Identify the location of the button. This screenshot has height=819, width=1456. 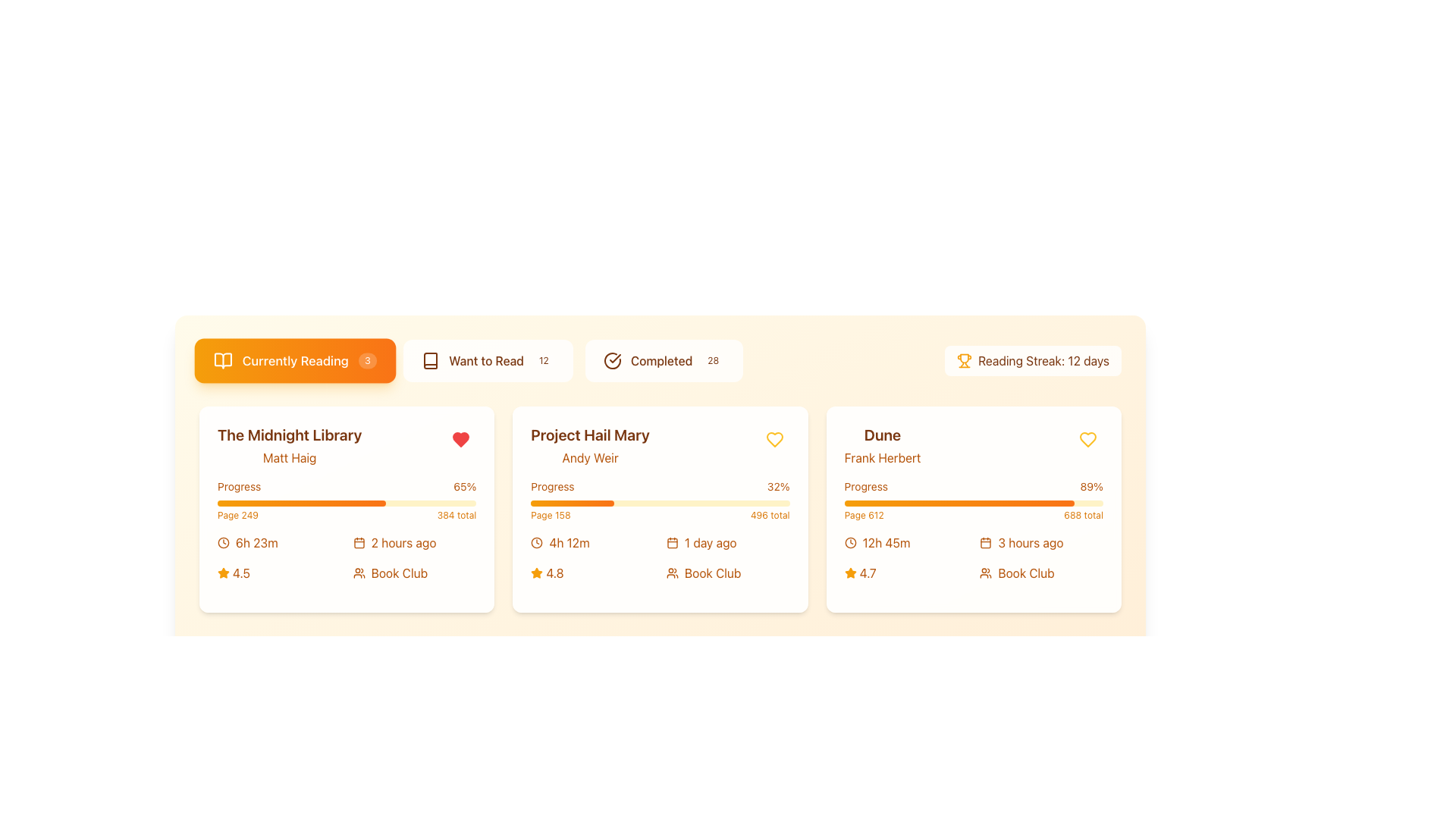
(1087, 439).